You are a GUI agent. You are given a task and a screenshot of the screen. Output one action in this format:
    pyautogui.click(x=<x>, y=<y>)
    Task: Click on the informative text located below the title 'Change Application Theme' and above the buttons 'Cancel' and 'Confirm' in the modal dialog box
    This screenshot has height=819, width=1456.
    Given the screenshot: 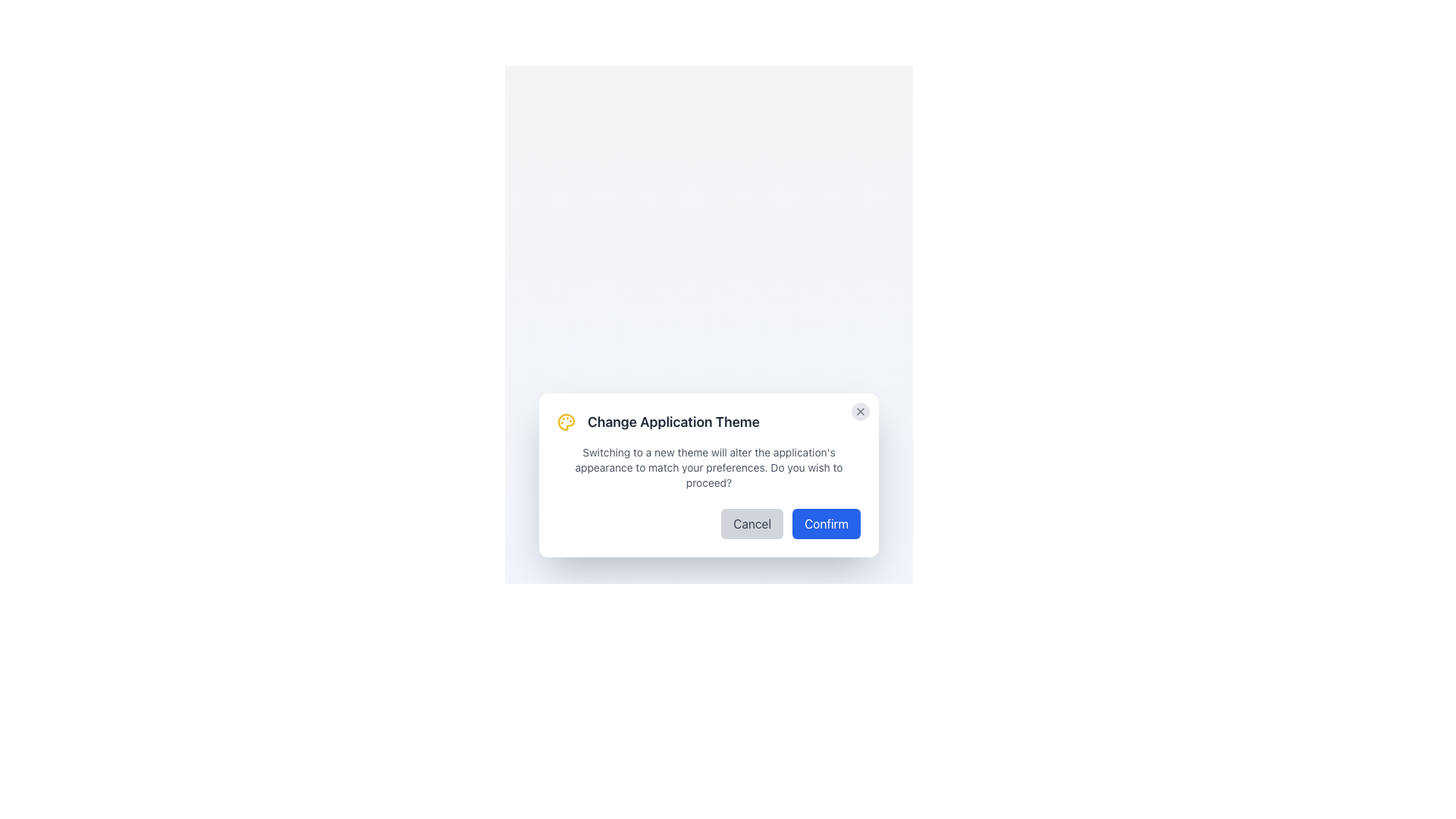 What is the action you would take?
    pyautogui.click(x=708, y=467)
    